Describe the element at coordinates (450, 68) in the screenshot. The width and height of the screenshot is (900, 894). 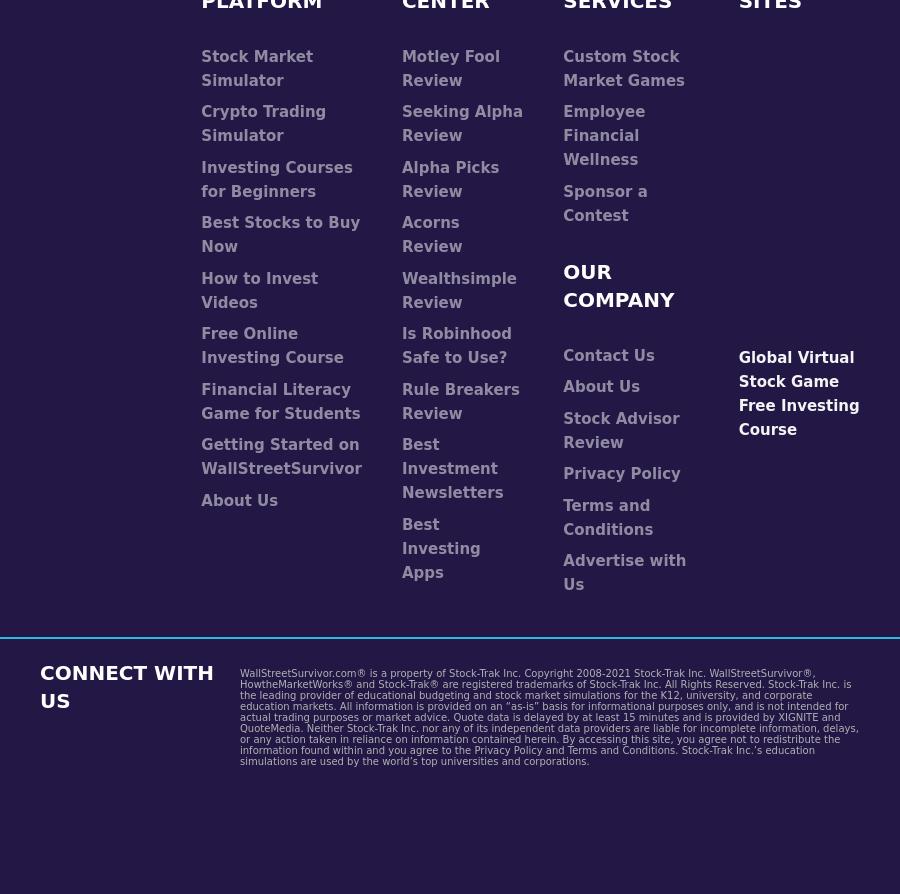
I see `'Motley Fool Review'` at that location.